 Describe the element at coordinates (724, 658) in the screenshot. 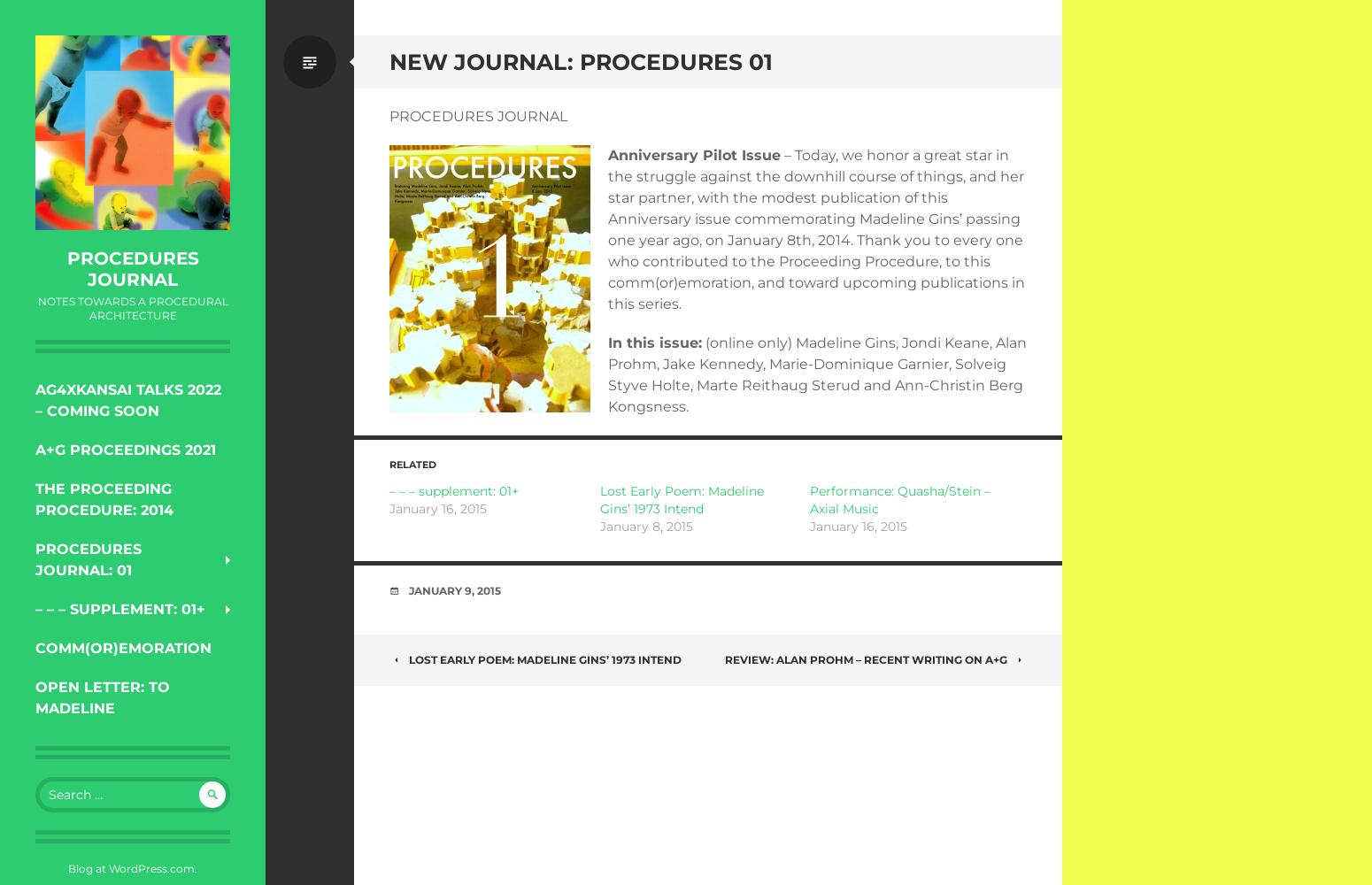

I see `'REVIEW: Alan Prohm – Recent Writing on A+G'` at that location.